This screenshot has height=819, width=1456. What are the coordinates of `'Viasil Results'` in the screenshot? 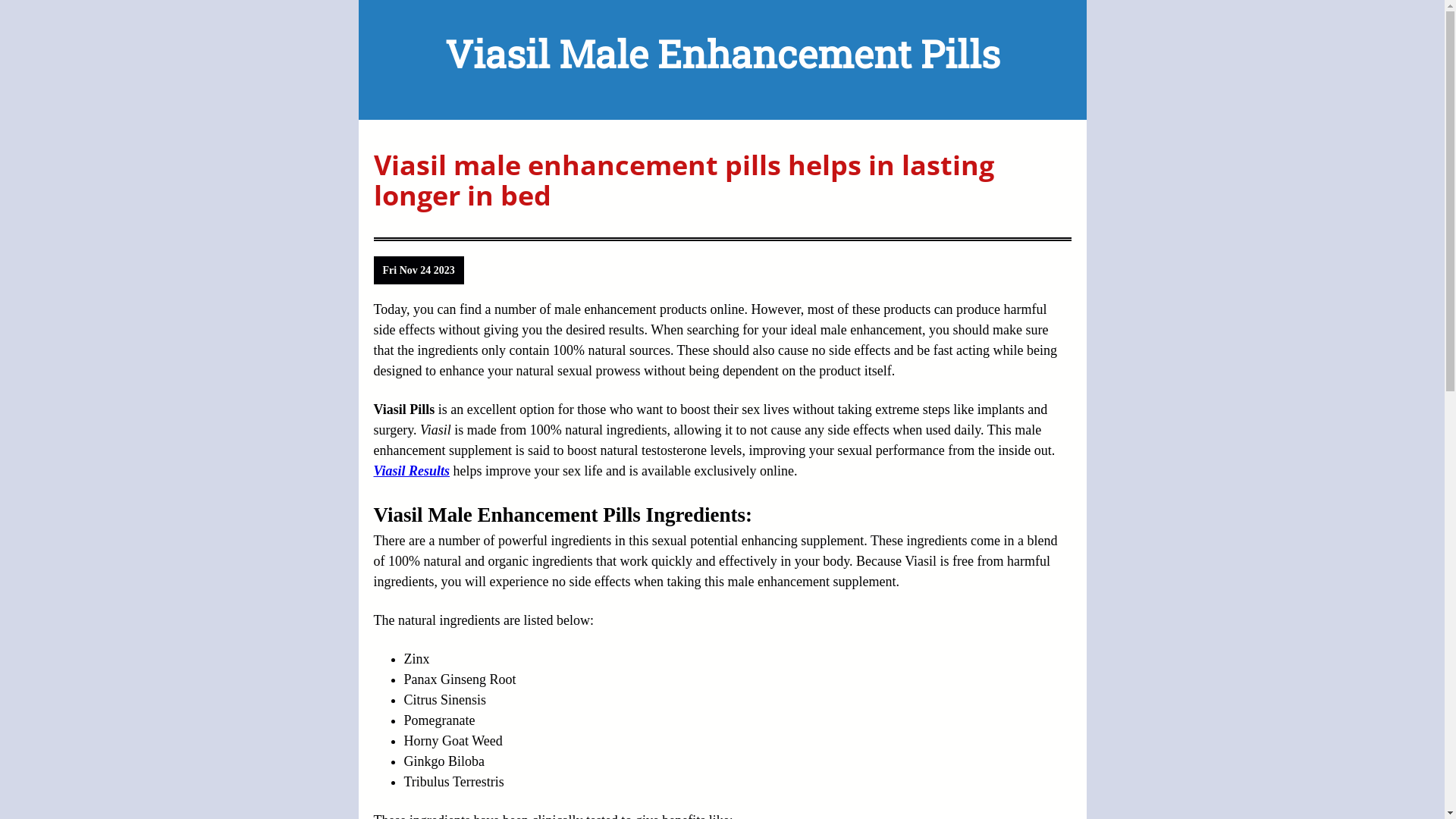 It's located at (411, 470).